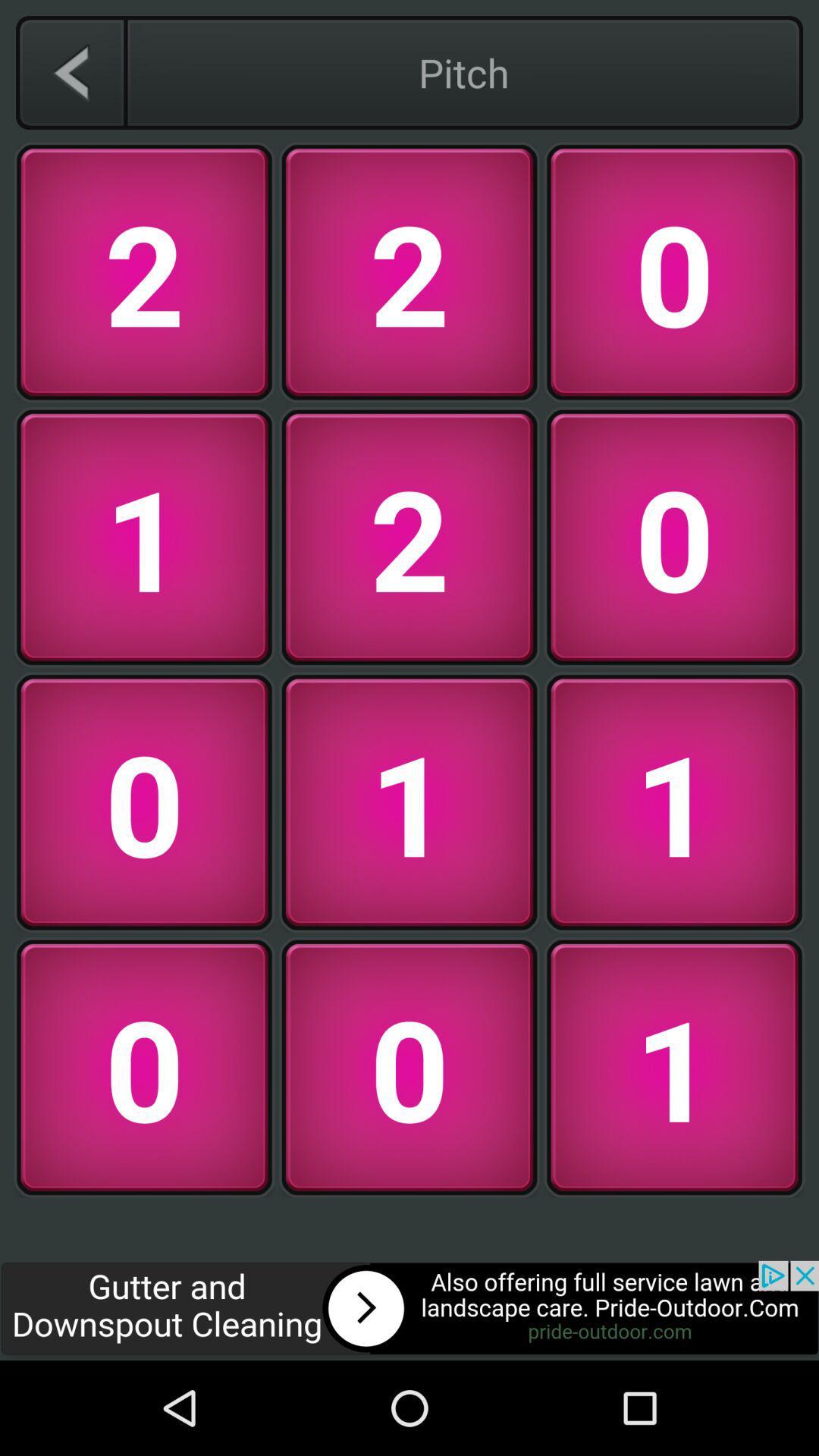 Image resolution: width=819 pixels, height=1456 pixels. Describe the element at coordinates (409, 1310) in the screenshot. I see `the icon below 0` at that location.